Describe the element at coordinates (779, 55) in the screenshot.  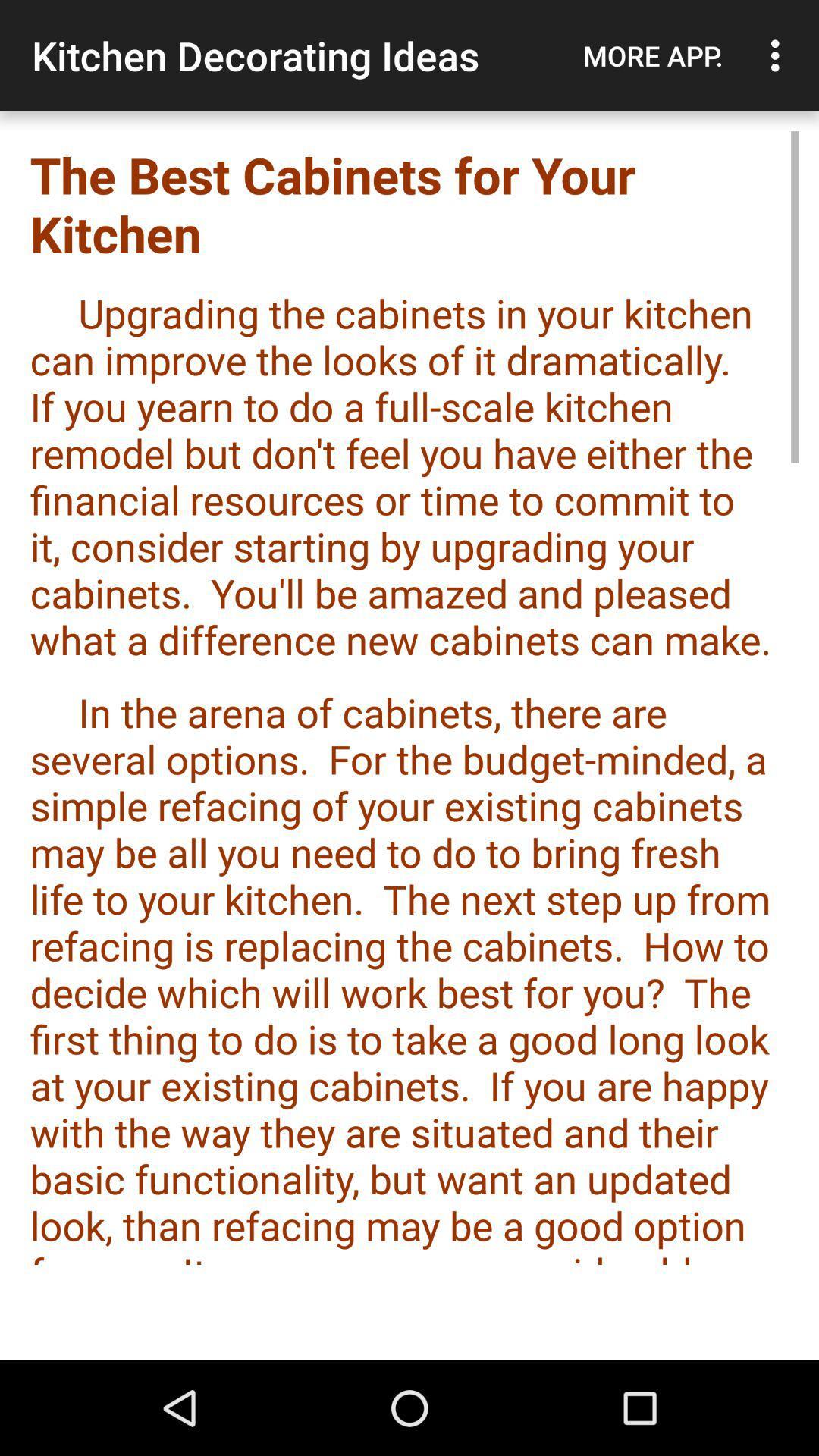
I see `item above the best cabinets item` at that location.